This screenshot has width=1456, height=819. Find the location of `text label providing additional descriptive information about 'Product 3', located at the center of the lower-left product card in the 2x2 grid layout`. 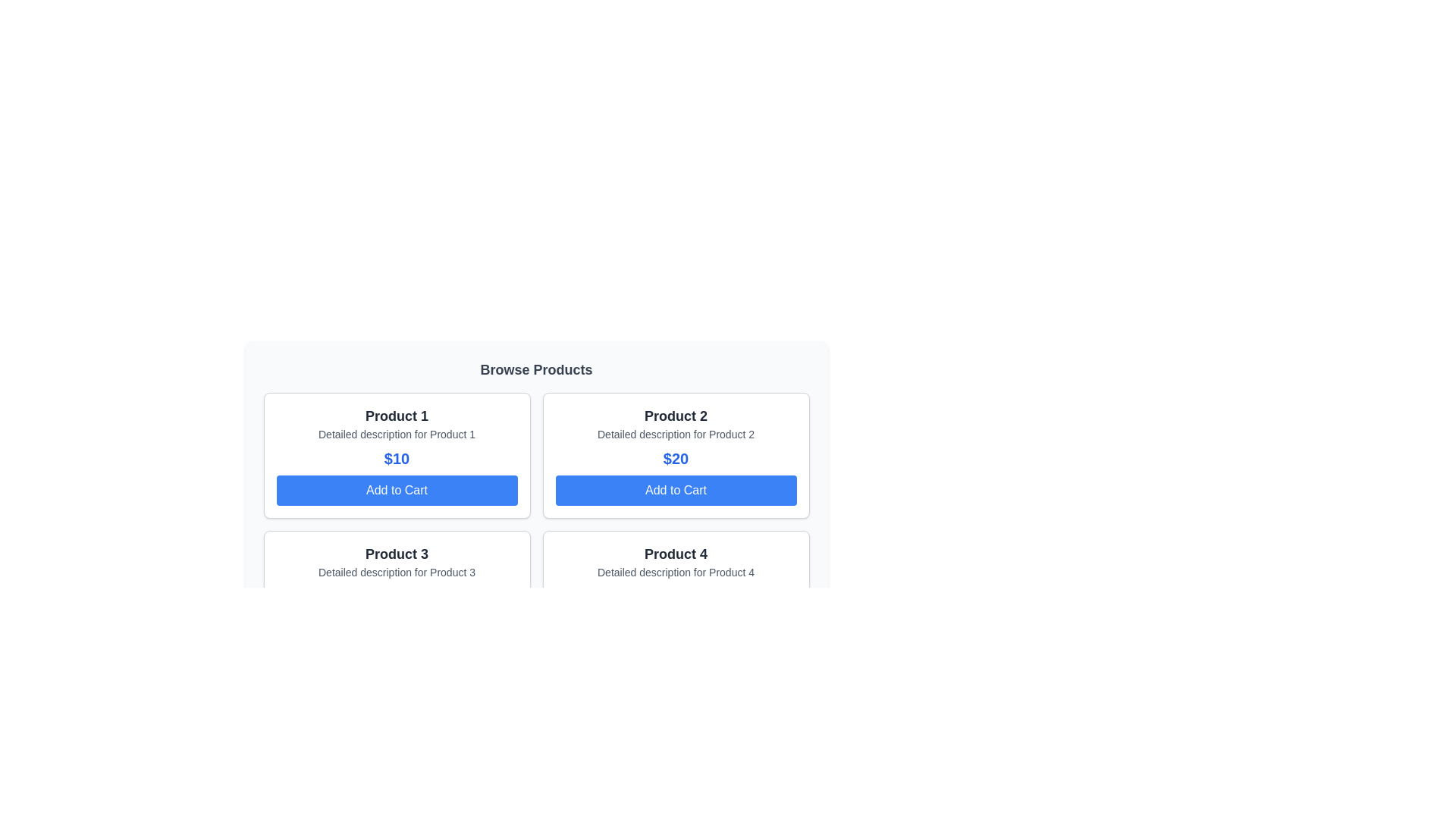

text label providing additional descriptive information about 'Product 3', located at the center of the lower-left product card in the 2x2 grid layout is located at coordinates (397, 573).